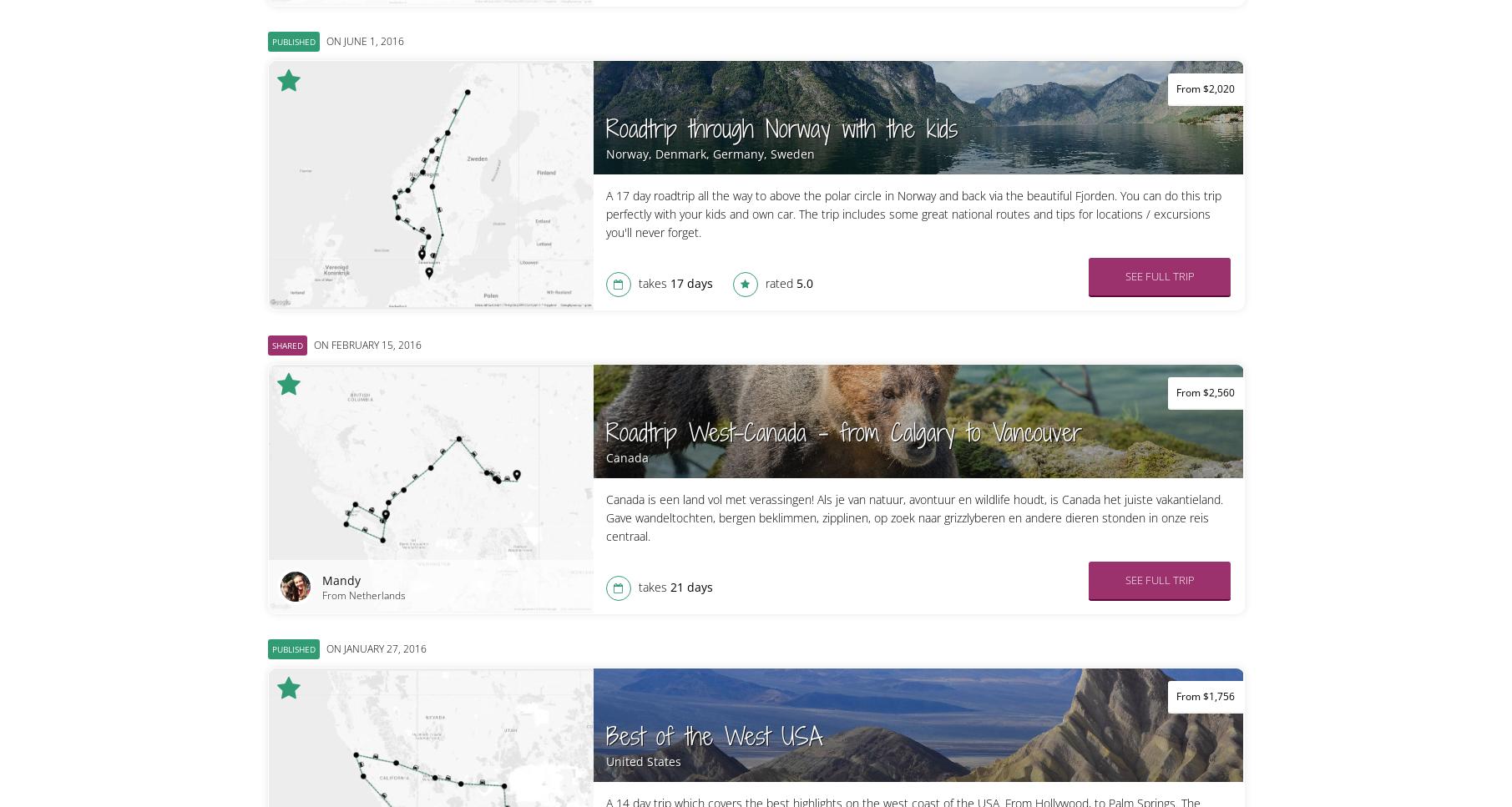 The image size is (1512, 807). Describe the element at coordinates (780, 129) in the screenshot. I see `'Roadtrip through Norway with the kids'` at that location.